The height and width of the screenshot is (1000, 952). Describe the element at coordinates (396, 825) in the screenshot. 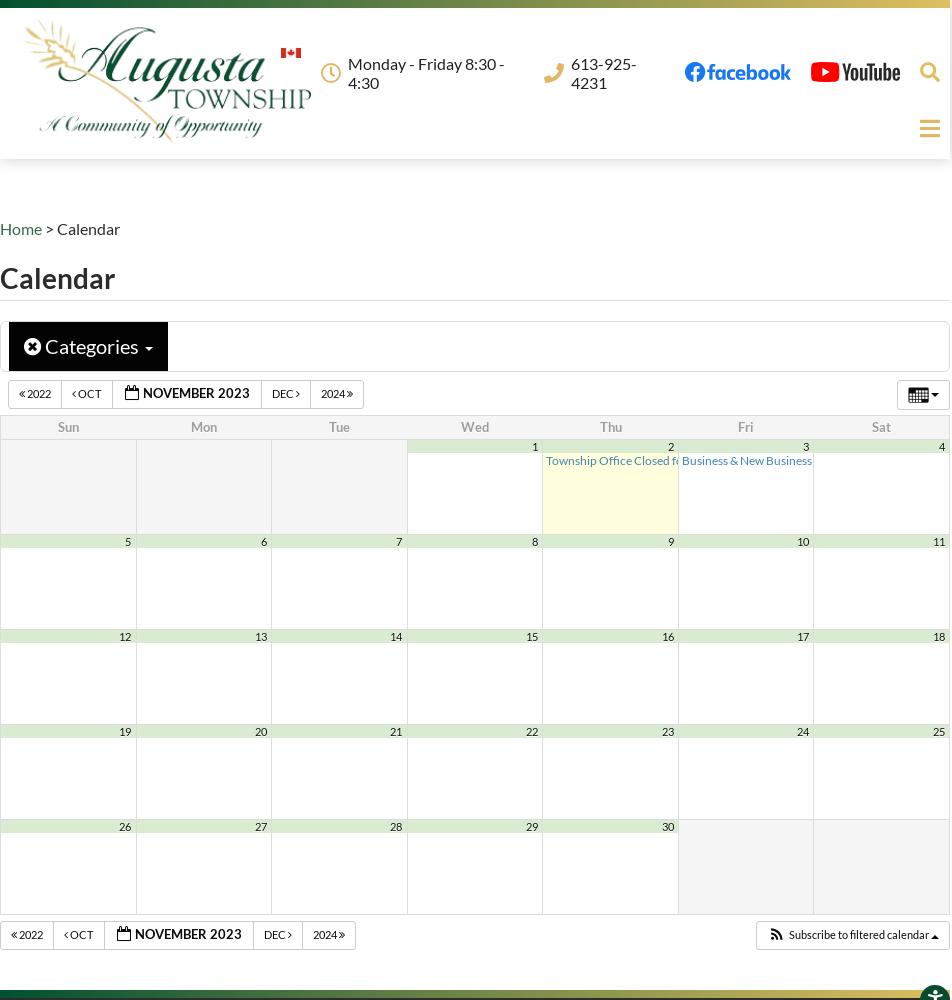

I see `'28'` at that location.